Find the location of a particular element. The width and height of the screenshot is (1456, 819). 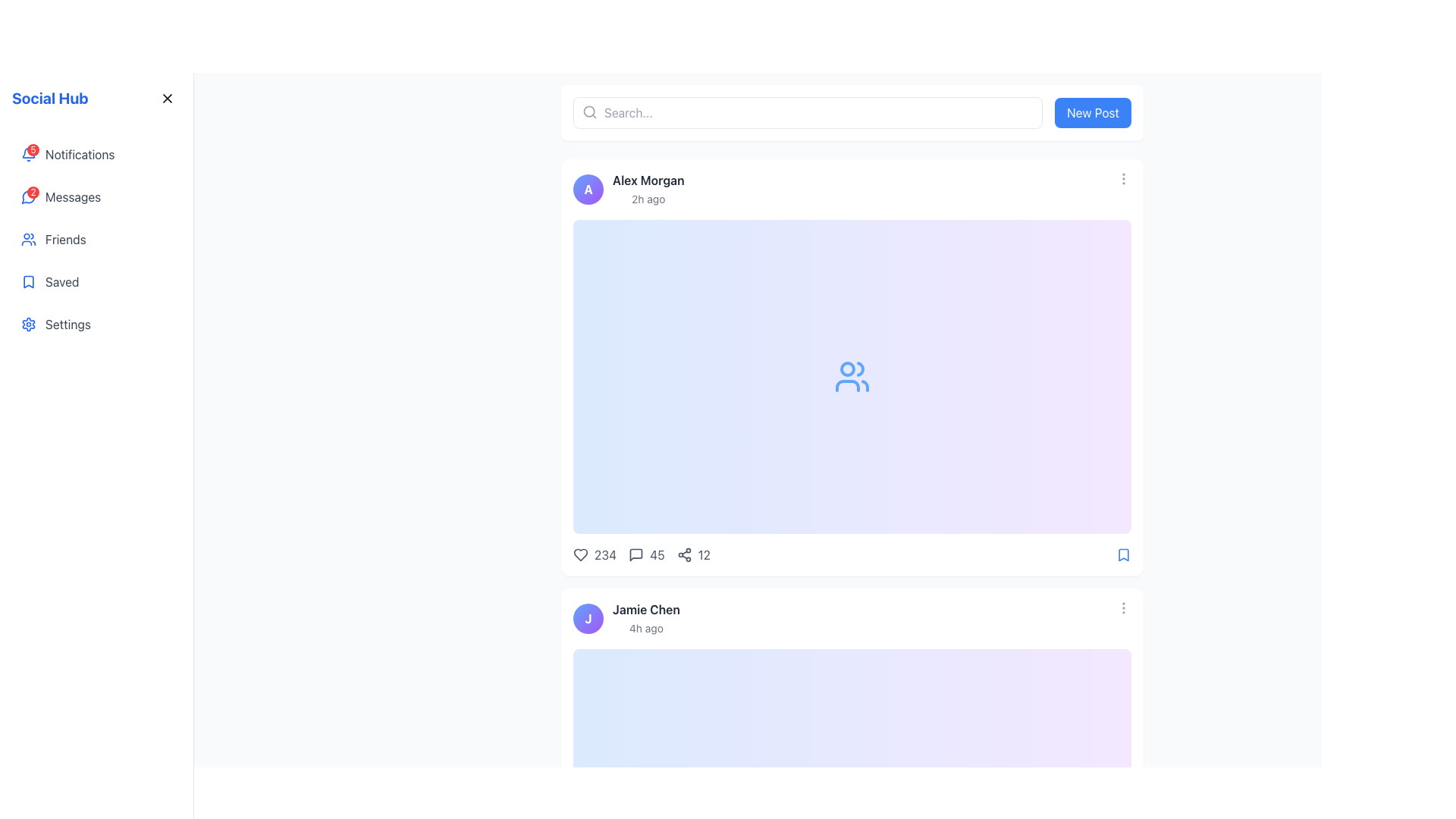

the share icon represented by a connected node graph is located at coordinates (683, 555).